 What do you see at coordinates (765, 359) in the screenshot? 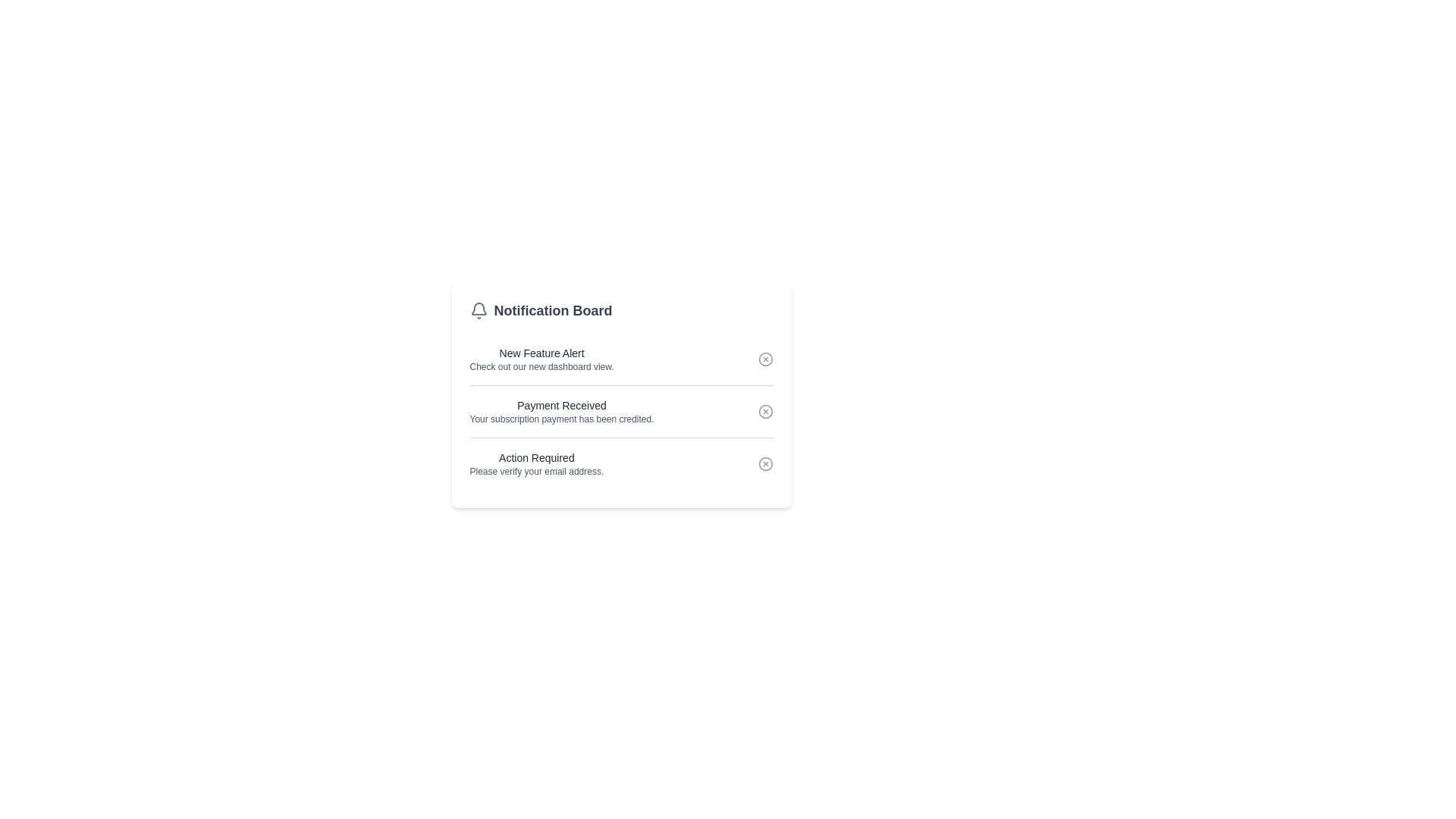
I see `the circle representing the delete button in the first row of the 'Notification Board' UI` at bounding box center [765, 359].